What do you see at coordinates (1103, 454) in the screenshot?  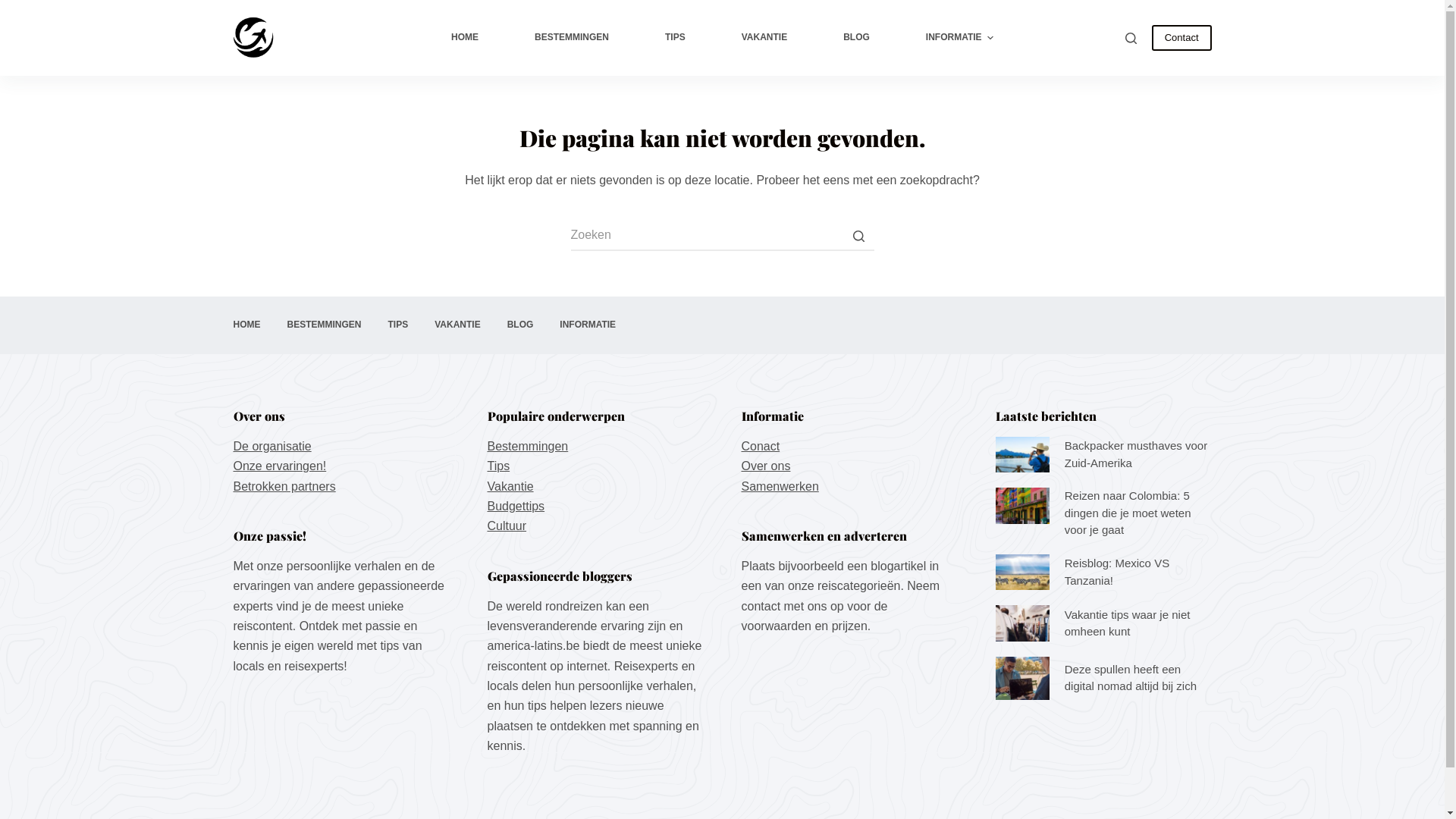 I see `'Backpacker musthaves voor Zuid-Amerika'` at bounding box center [1103, 454].